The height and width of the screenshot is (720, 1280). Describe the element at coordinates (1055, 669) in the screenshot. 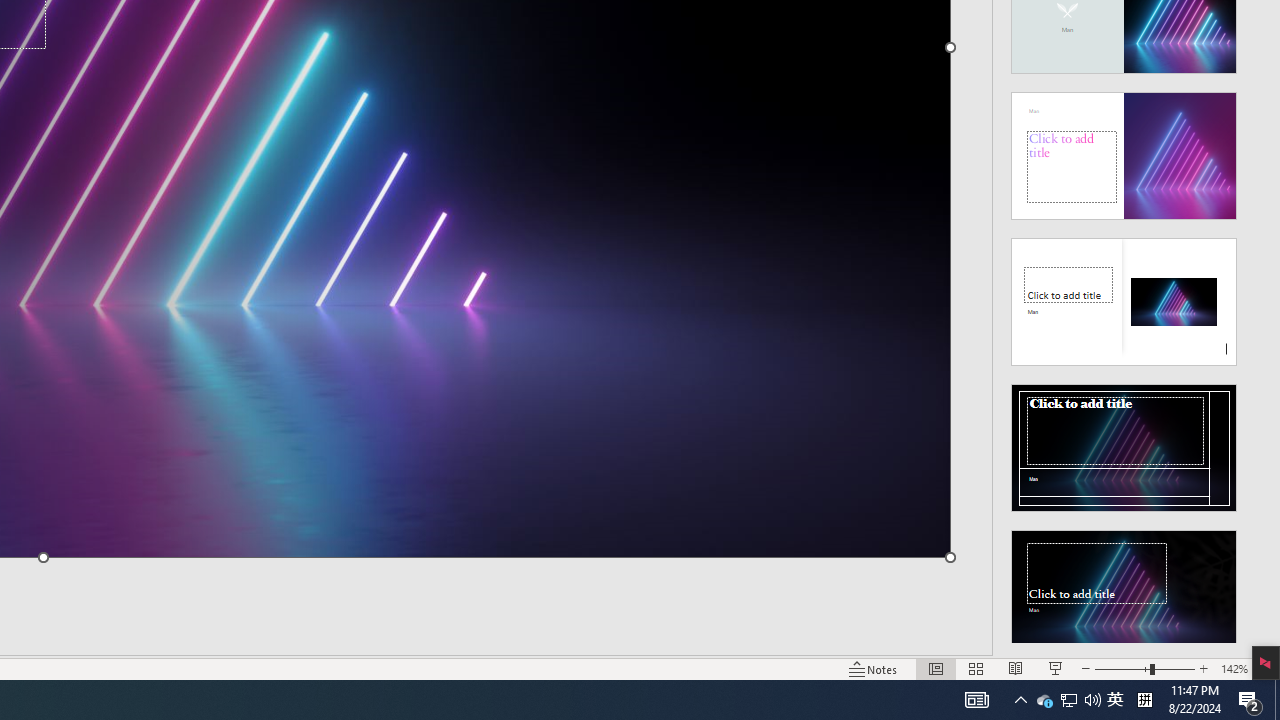

I see `'Slide Show'` at that location.